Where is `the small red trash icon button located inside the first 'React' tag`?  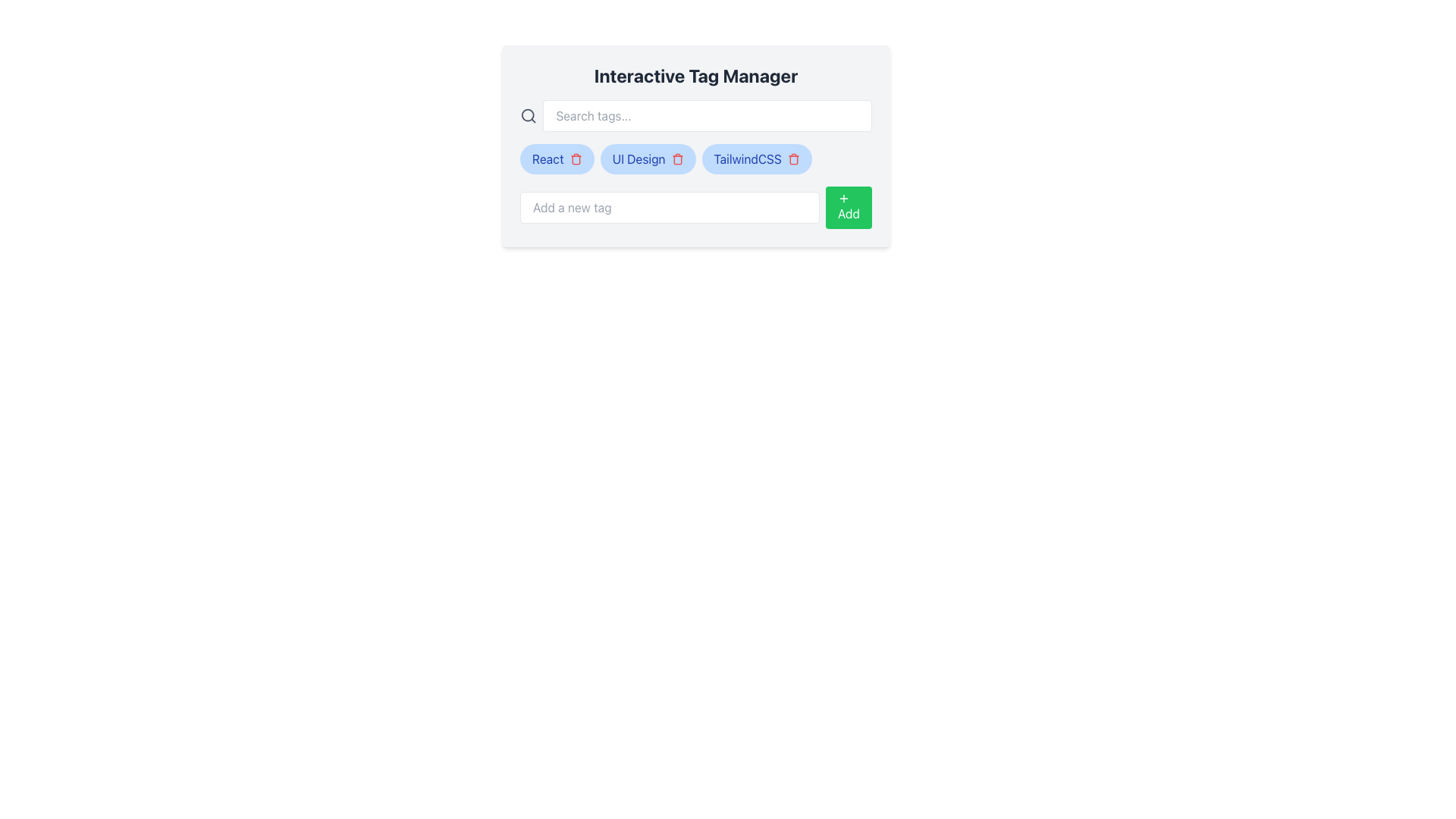
the small red trash icon button located inside the first 'React' tag is located at coordinates (575, 158).